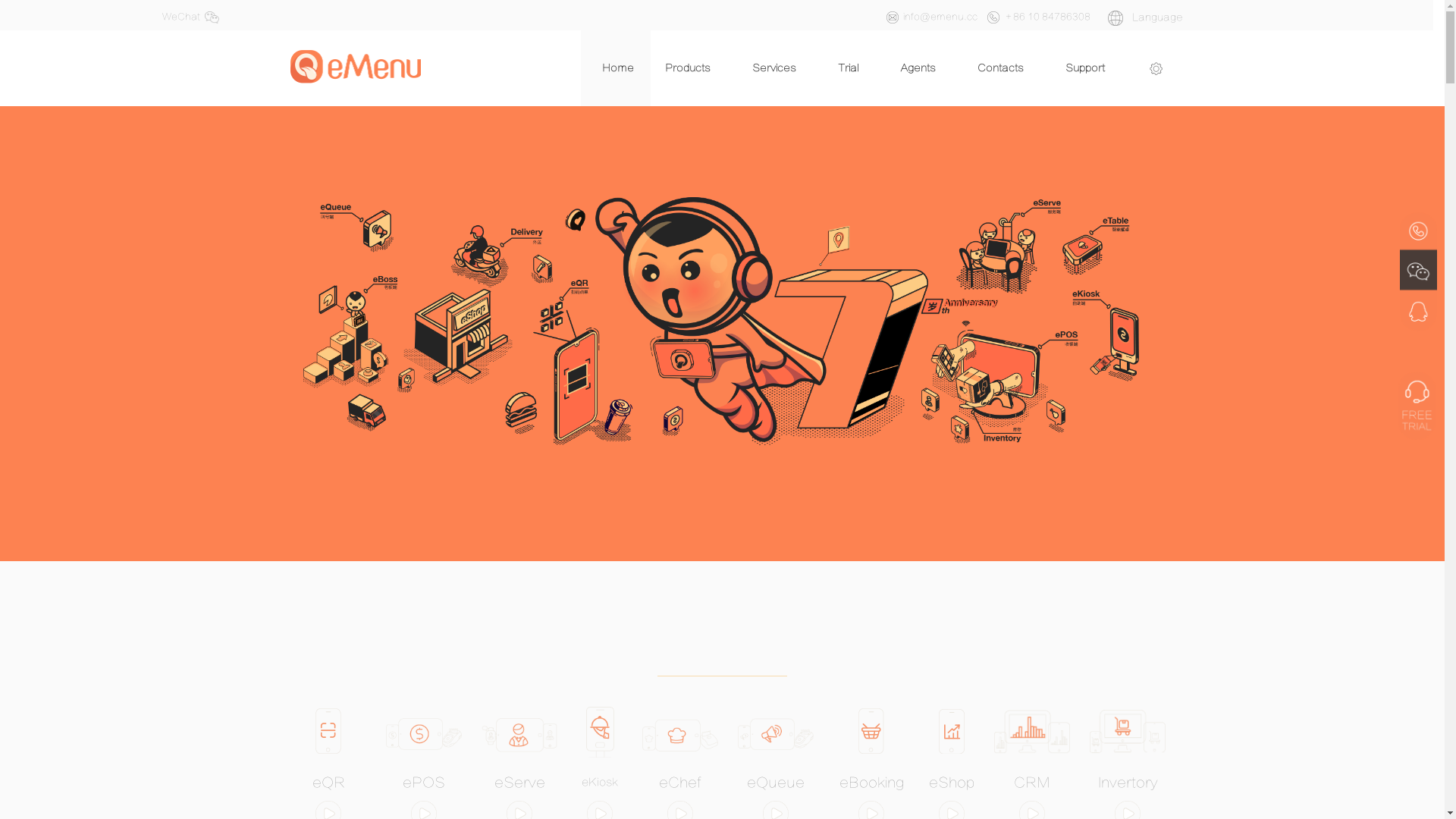  Describe the element at coordinates (1145, 17) in the screenshot. I see `'  Language'` at that location.